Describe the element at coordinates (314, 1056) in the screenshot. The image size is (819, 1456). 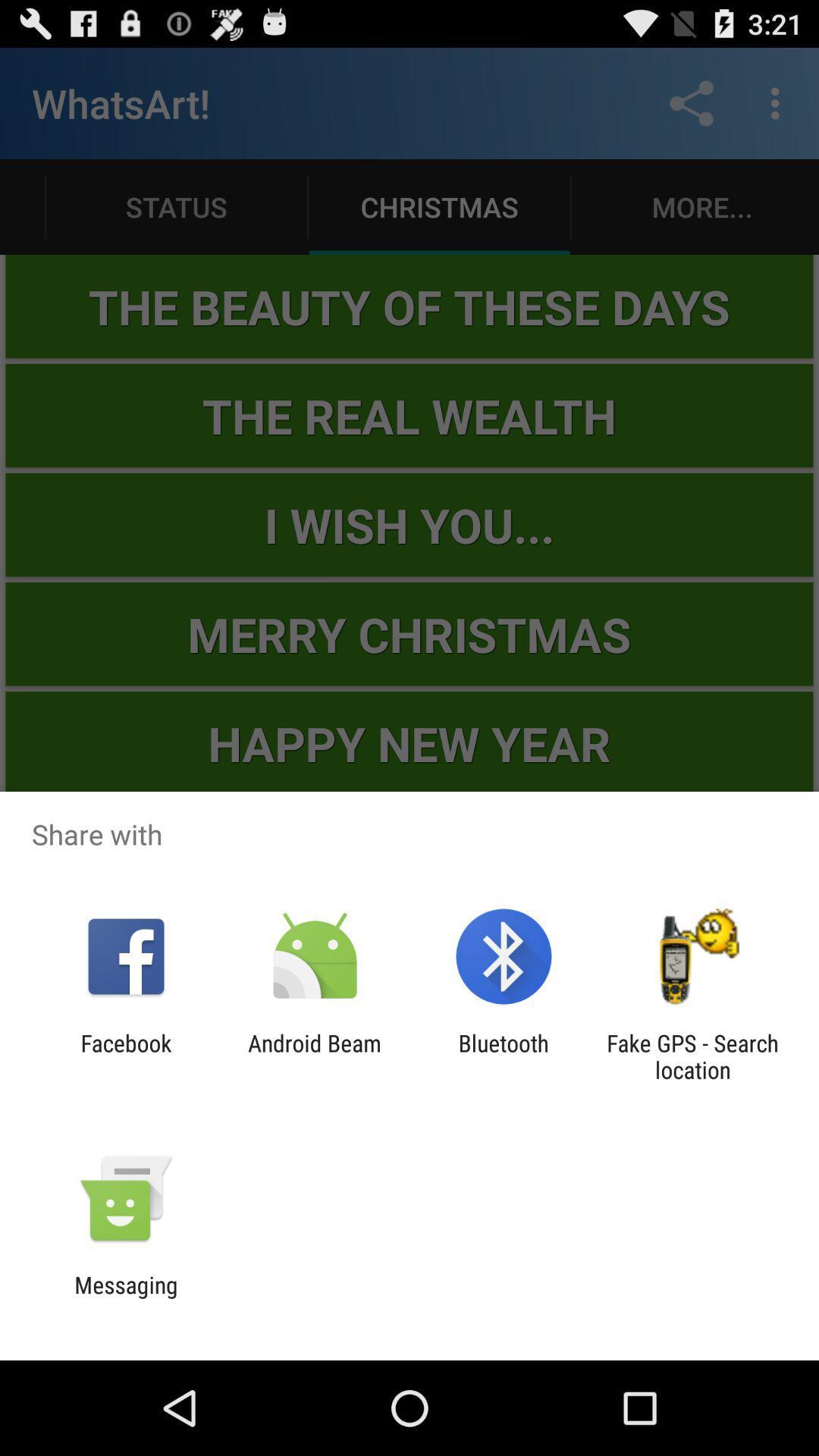
I see `icon to the right of the facebook item` at that location.